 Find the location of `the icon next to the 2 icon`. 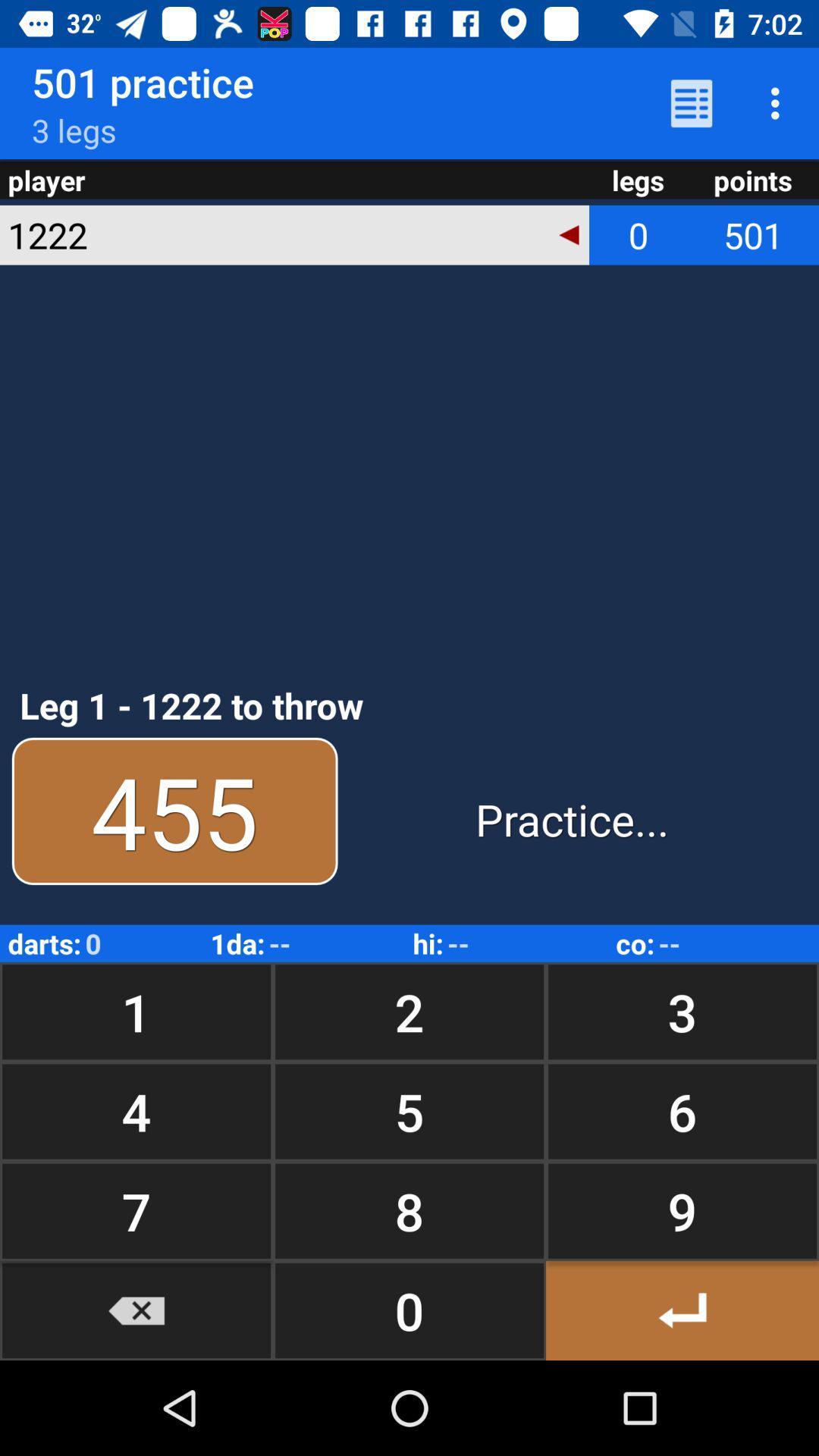

the icon next to the 2 icon is located at coordinates (681, 1111).